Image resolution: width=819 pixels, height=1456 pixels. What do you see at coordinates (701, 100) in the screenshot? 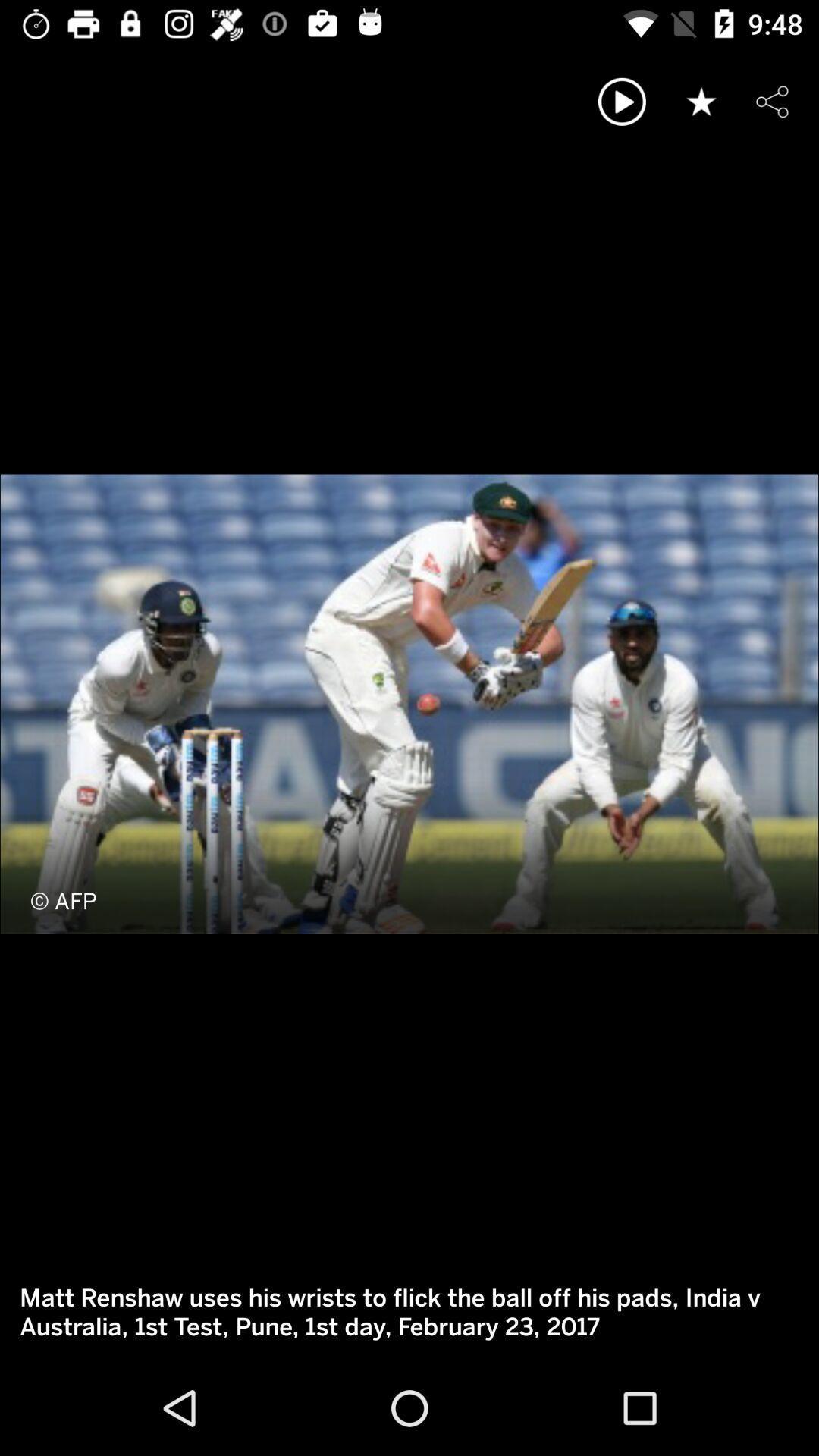
I see `the star icon` at bounding box center [701, 100].